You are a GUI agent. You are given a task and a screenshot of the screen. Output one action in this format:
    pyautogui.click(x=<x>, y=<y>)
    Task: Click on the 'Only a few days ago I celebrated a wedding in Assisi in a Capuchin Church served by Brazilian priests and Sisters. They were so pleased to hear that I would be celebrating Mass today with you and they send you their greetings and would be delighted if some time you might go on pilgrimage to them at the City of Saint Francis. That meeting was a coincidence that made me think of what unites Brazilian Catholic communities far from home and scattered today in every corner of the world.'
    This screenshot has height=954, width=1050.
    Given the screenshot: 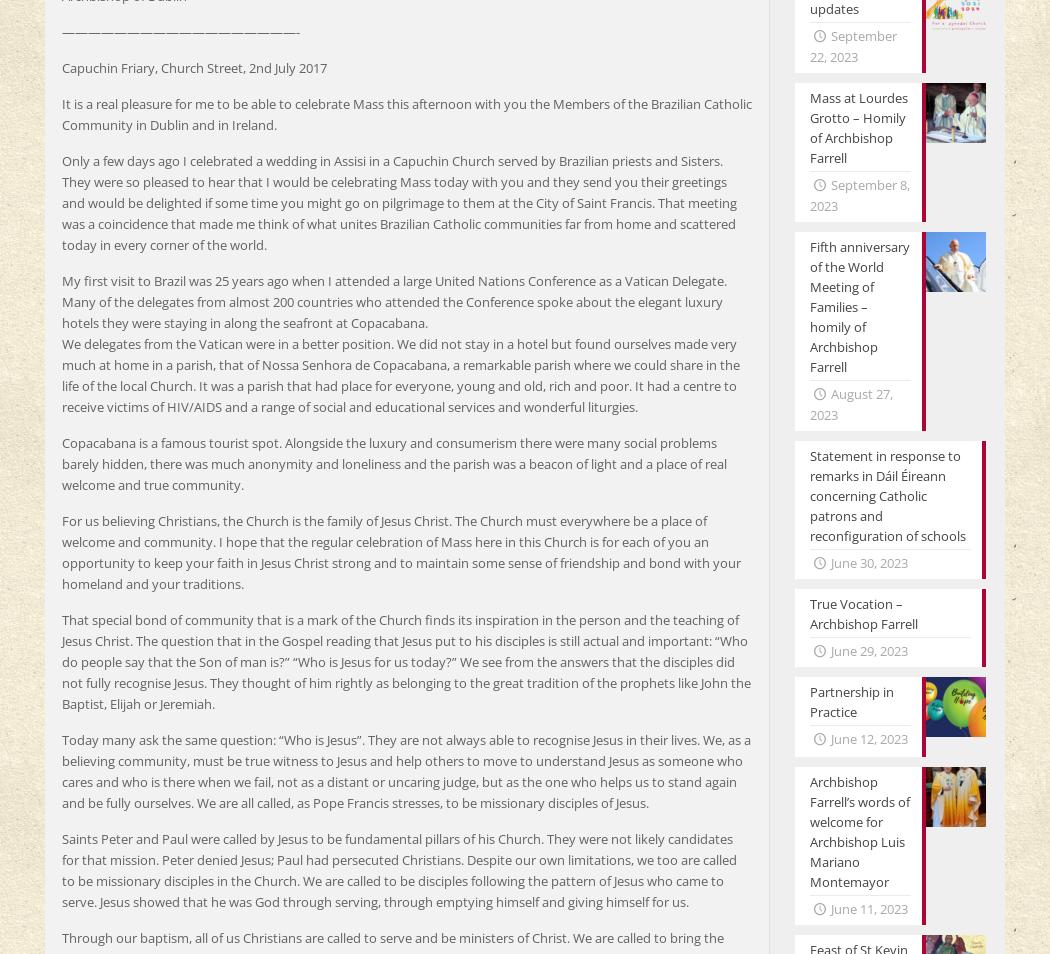 What is the action you would take?
    pyautogui.click(x=399, y=202)
    